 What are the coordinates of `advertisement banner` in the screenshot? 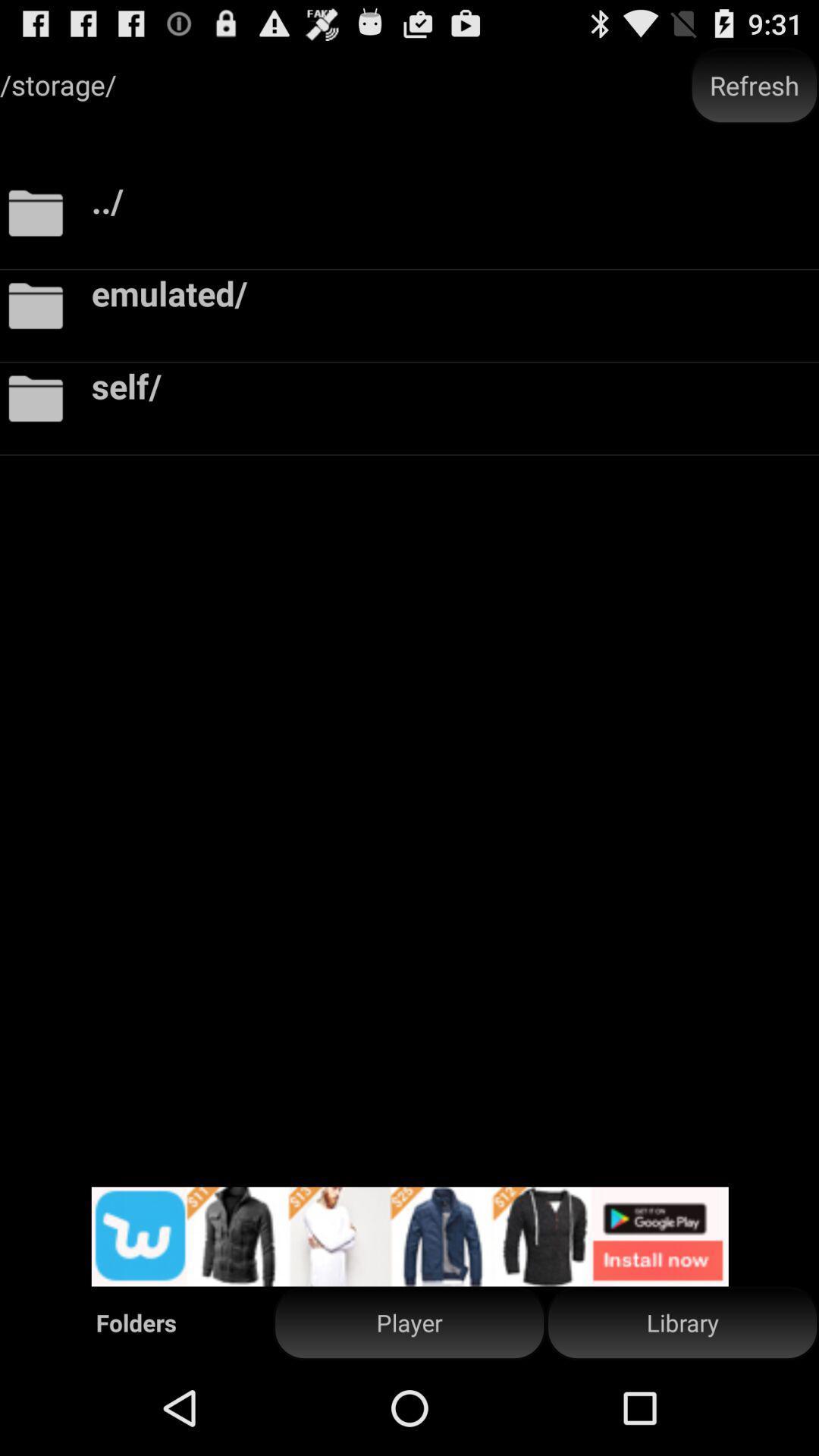 It's located at (409, 1236).